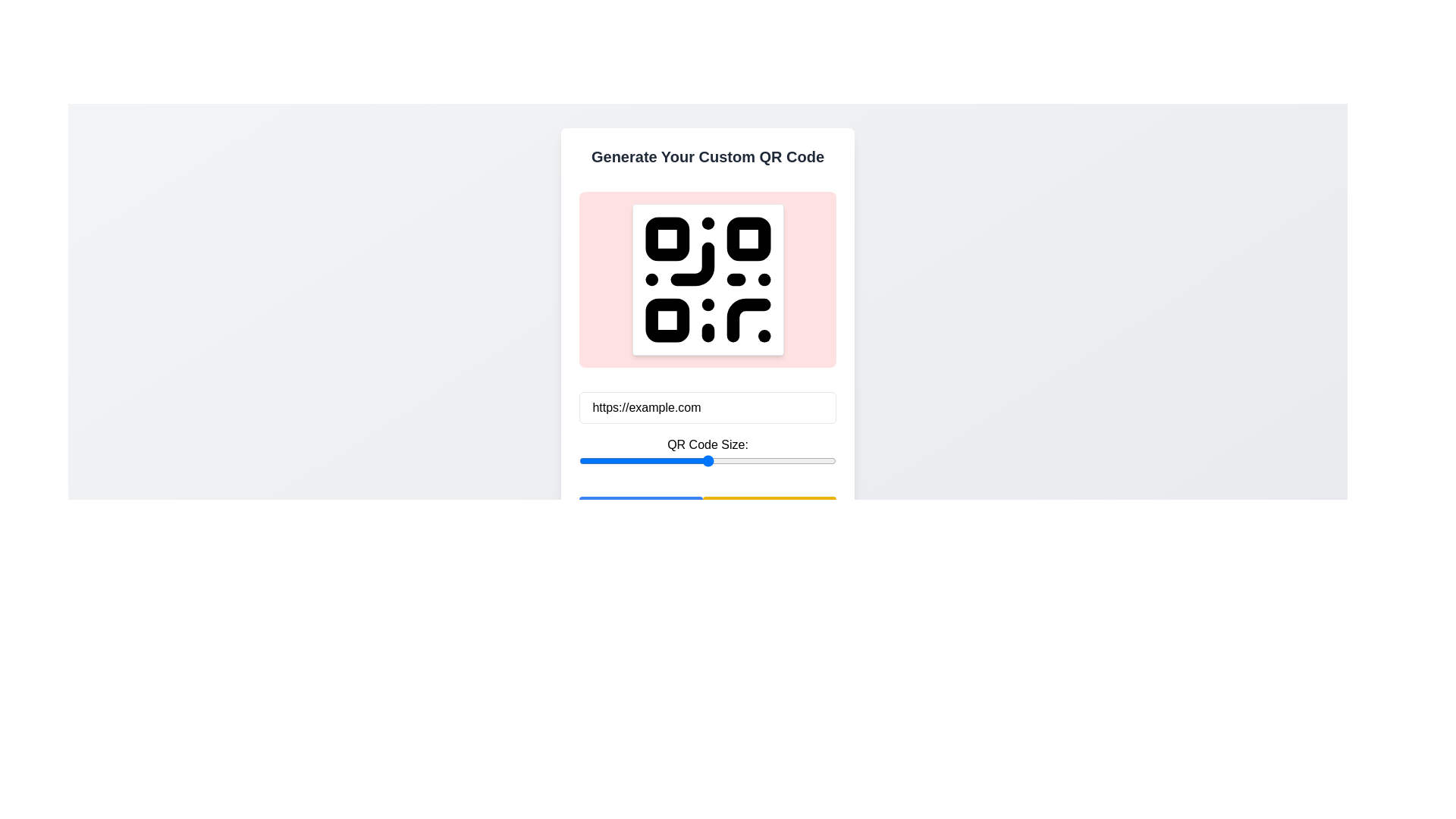  What do you see at coordinates (667, 319) in the screenshot?
I see `the bottom-left square of the QR code, which is represented as a graphical SVG rectangle and is part of a larger QR code structure` at bounding box center [667, 319].